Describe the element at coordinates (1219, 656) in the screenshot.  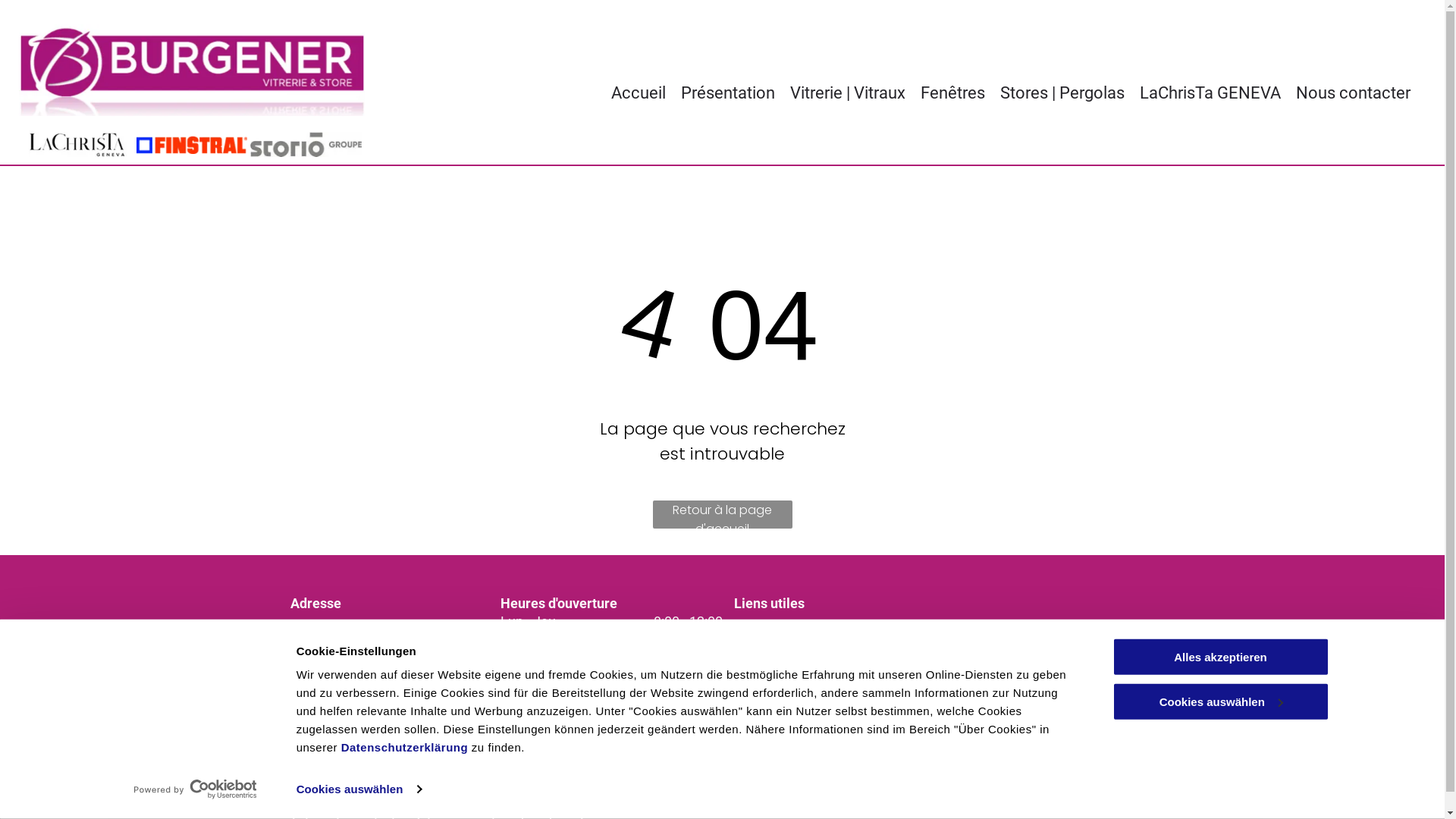
I see `'Alles akzeptieren'` at that location.